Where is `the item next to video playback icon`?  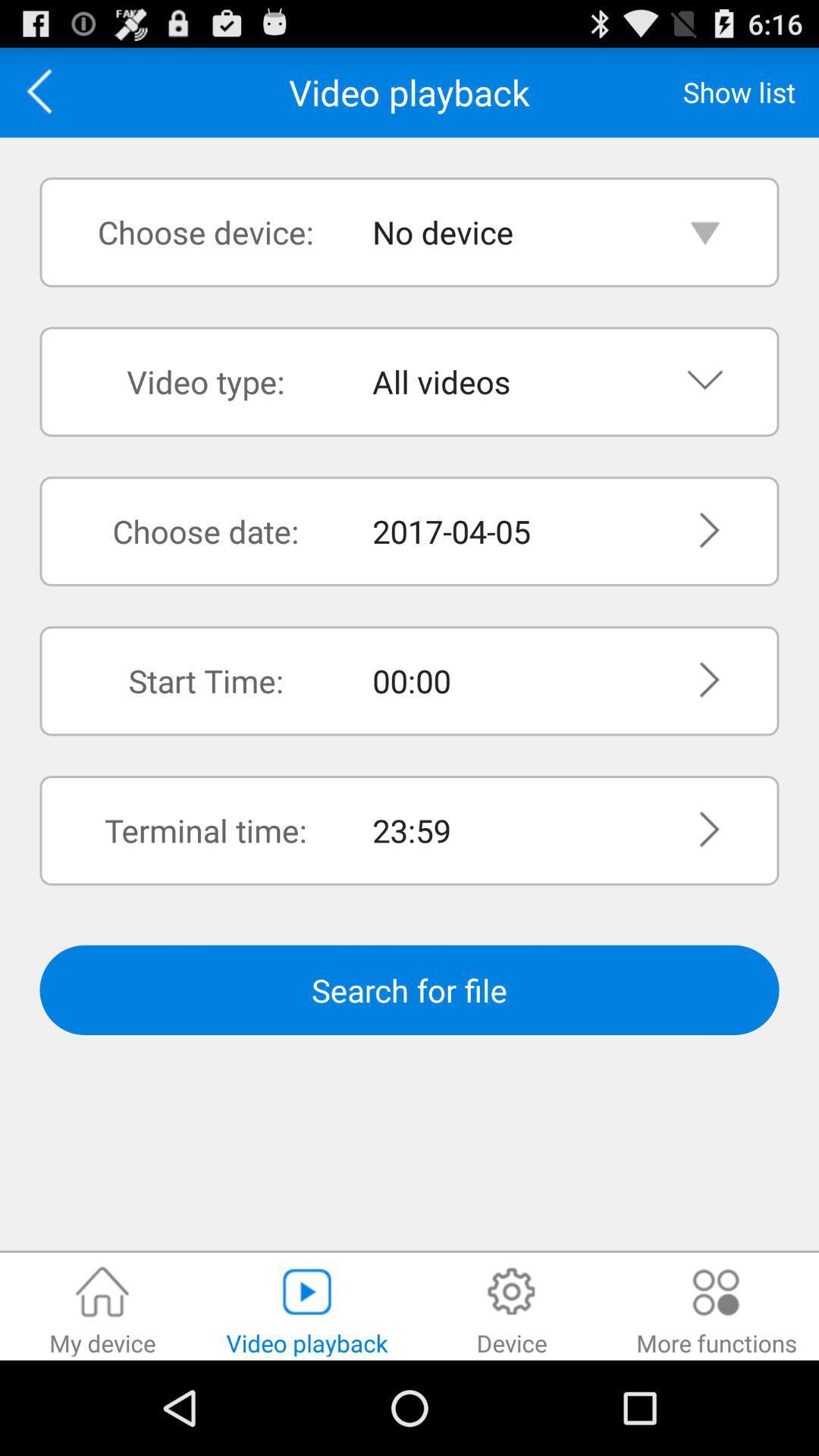 the item next to video playback icon is located at coordinates (739, 91).